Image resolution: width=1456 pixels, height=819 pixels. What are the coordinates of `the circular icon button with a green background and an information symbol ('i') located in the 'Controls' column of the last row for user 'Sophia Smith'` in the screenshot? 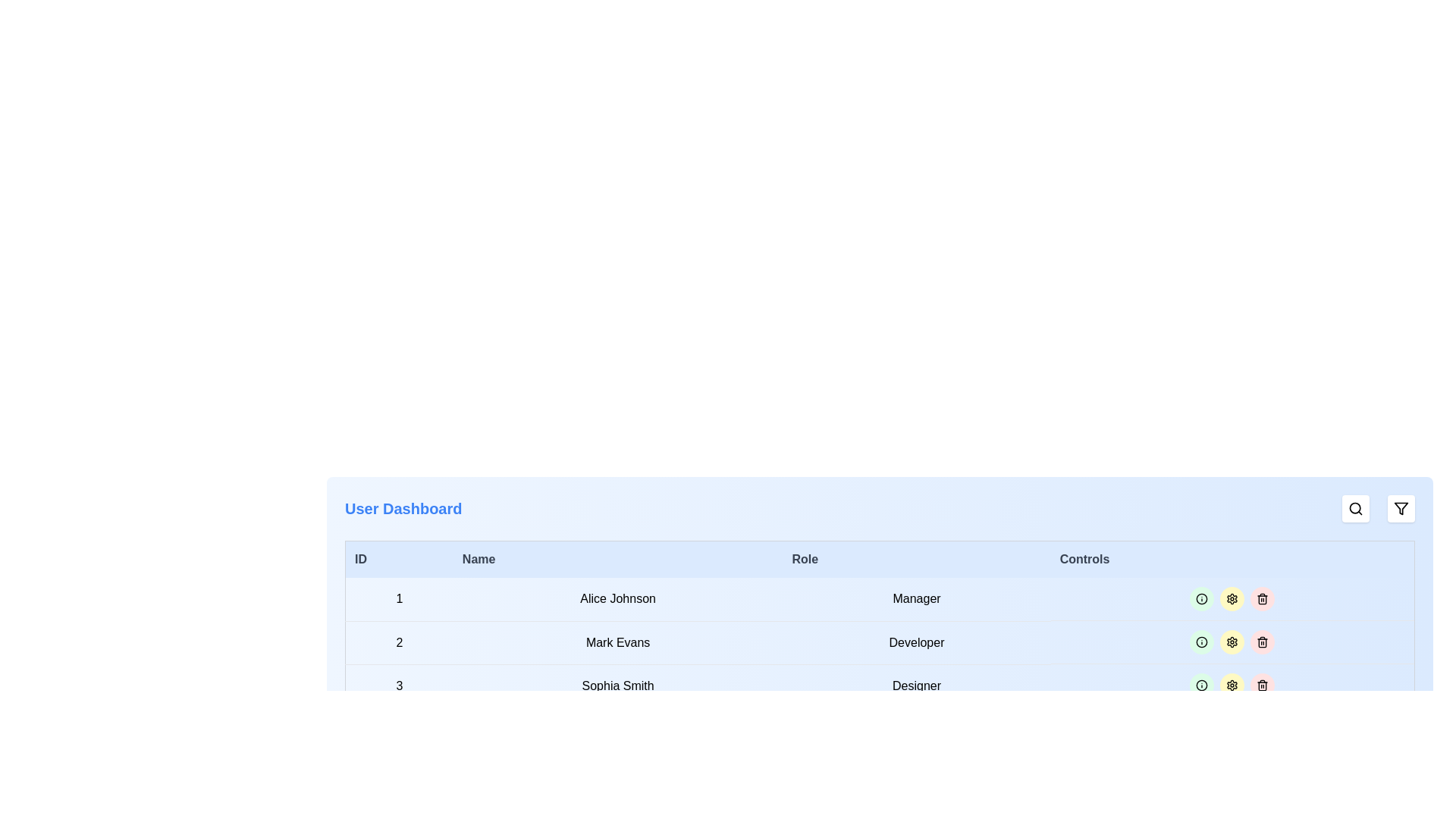 It's located at (1201, 685).